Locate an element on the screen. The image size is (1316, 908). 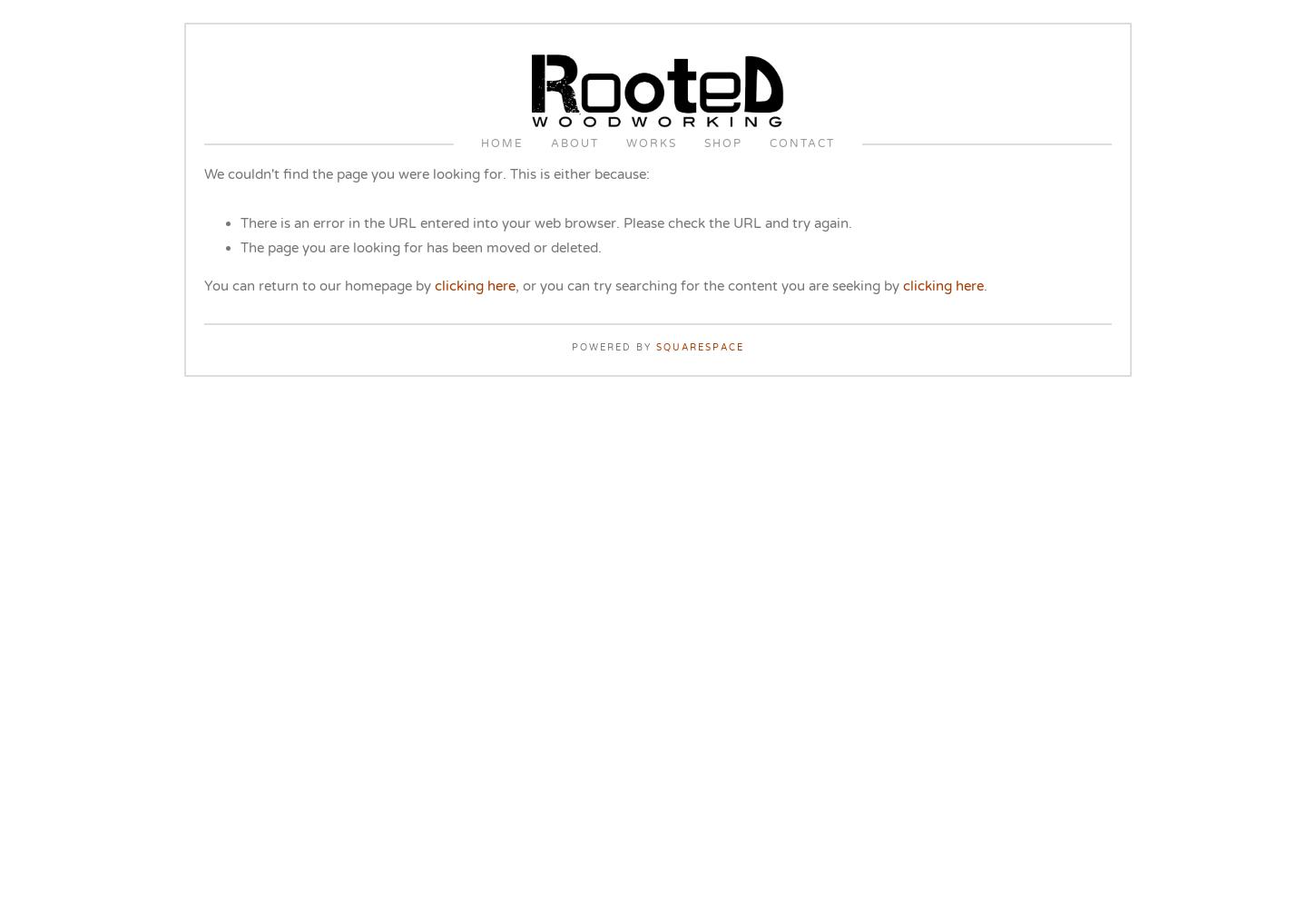
'We couldn't find the page you were looking for. This is either because:' is located at coordinates (426, 173).